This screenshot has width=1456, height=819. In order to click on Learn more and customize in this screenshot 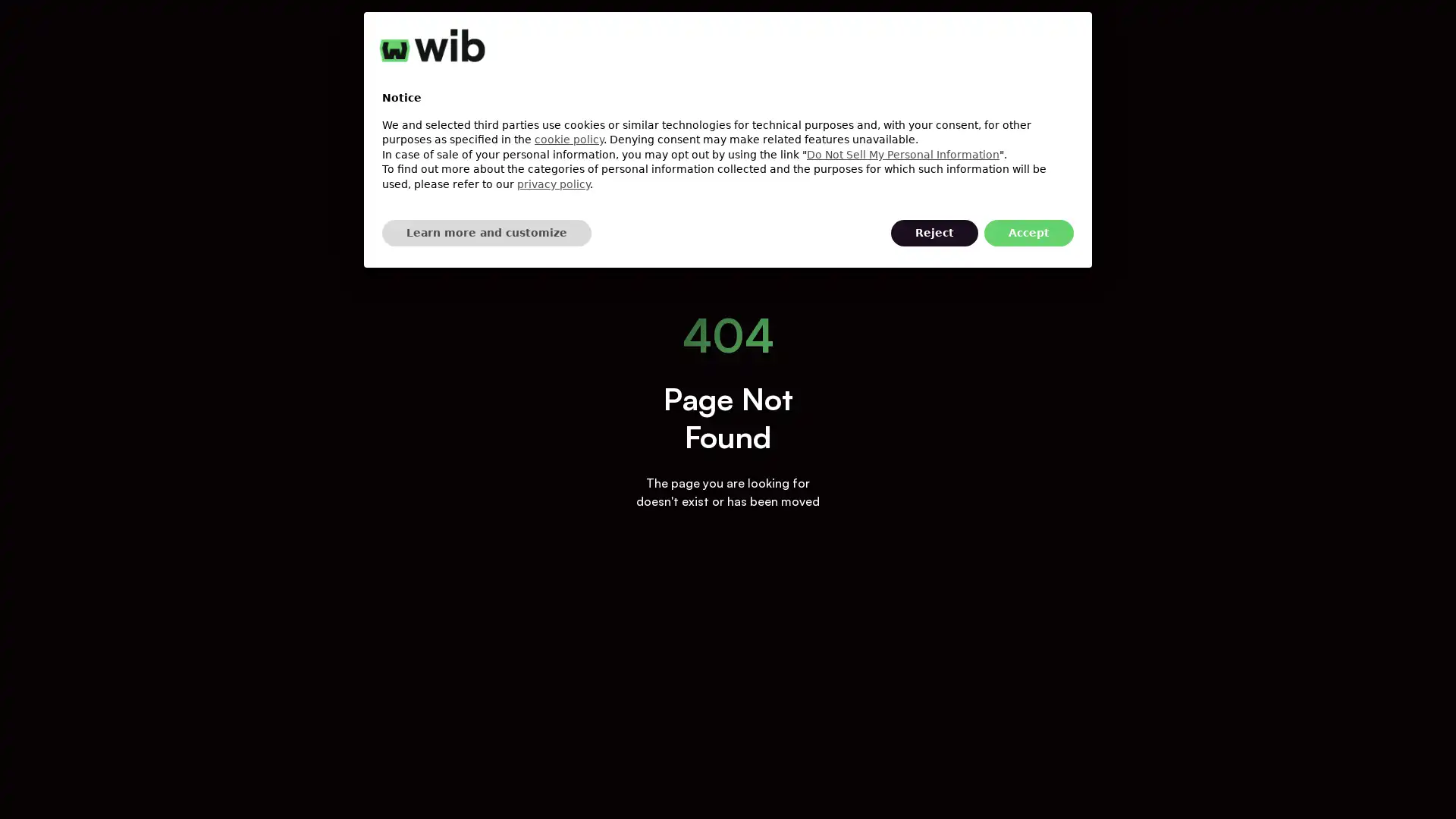, I will do `click(487, 233)`.